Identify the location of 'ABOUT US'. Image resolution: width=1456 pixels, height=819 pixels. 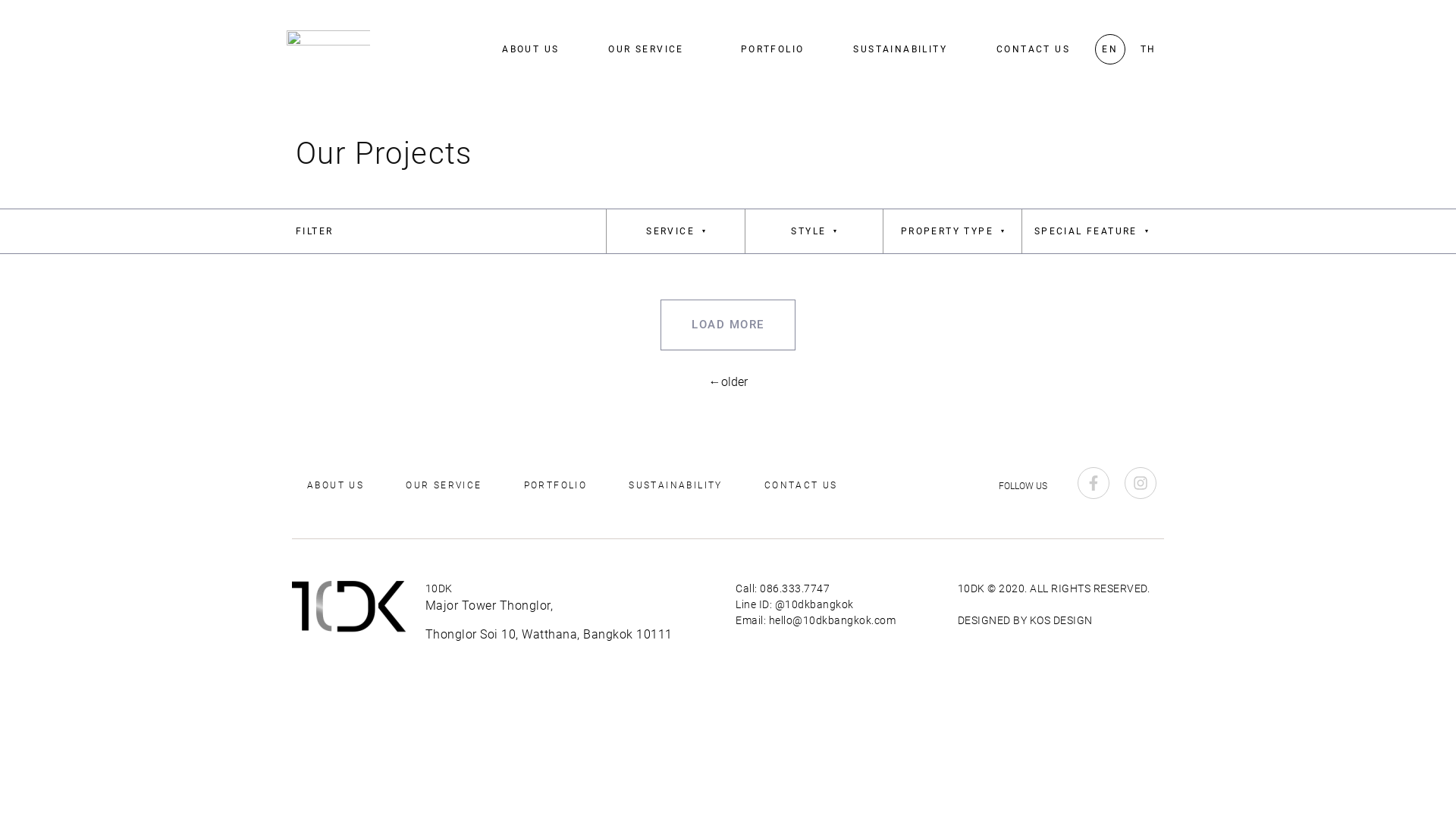
(530, 49).